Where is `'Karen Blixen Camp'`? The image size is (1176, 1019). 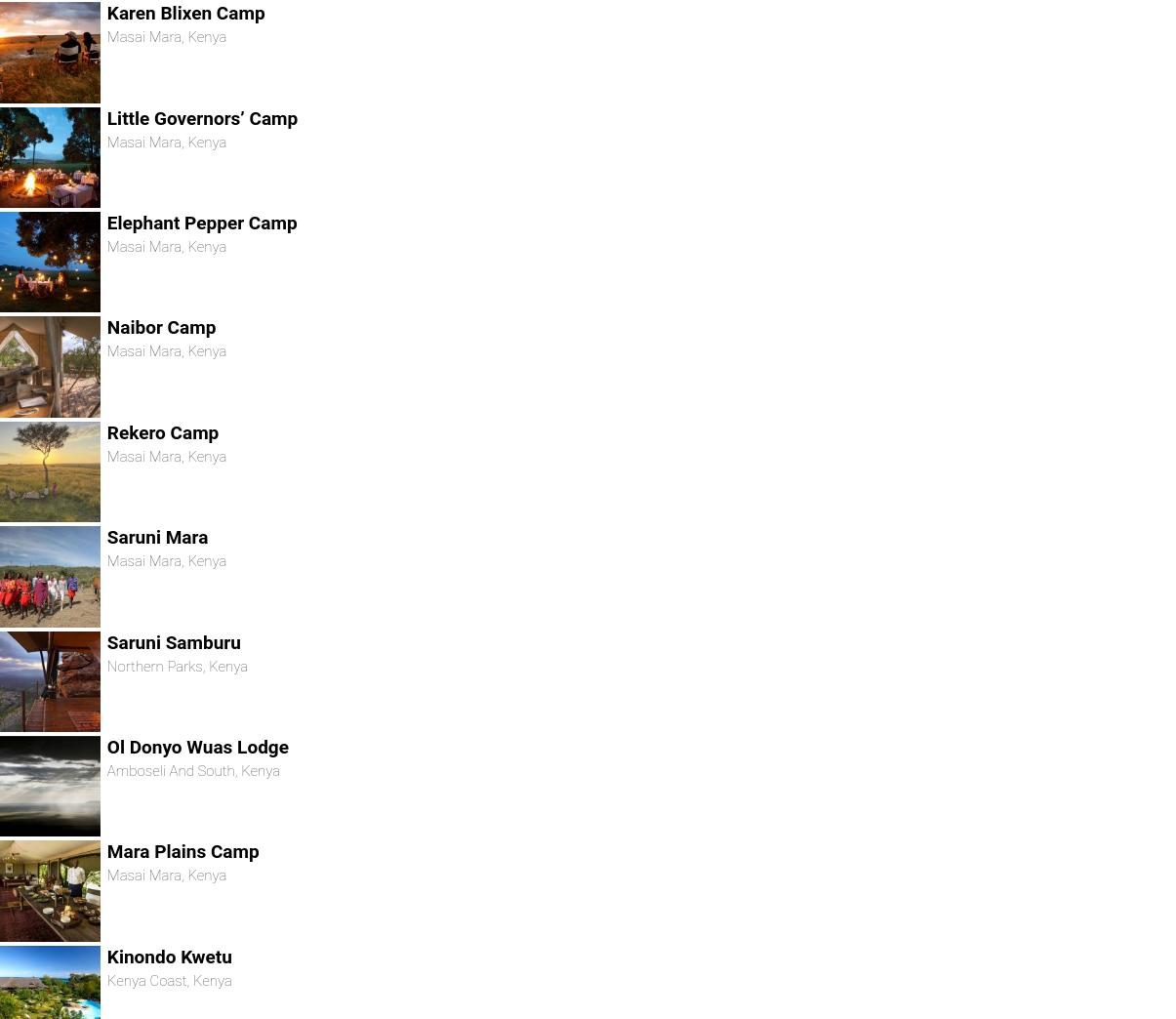 'Karen Blixen Camp' is located at coordinates (184, 12).